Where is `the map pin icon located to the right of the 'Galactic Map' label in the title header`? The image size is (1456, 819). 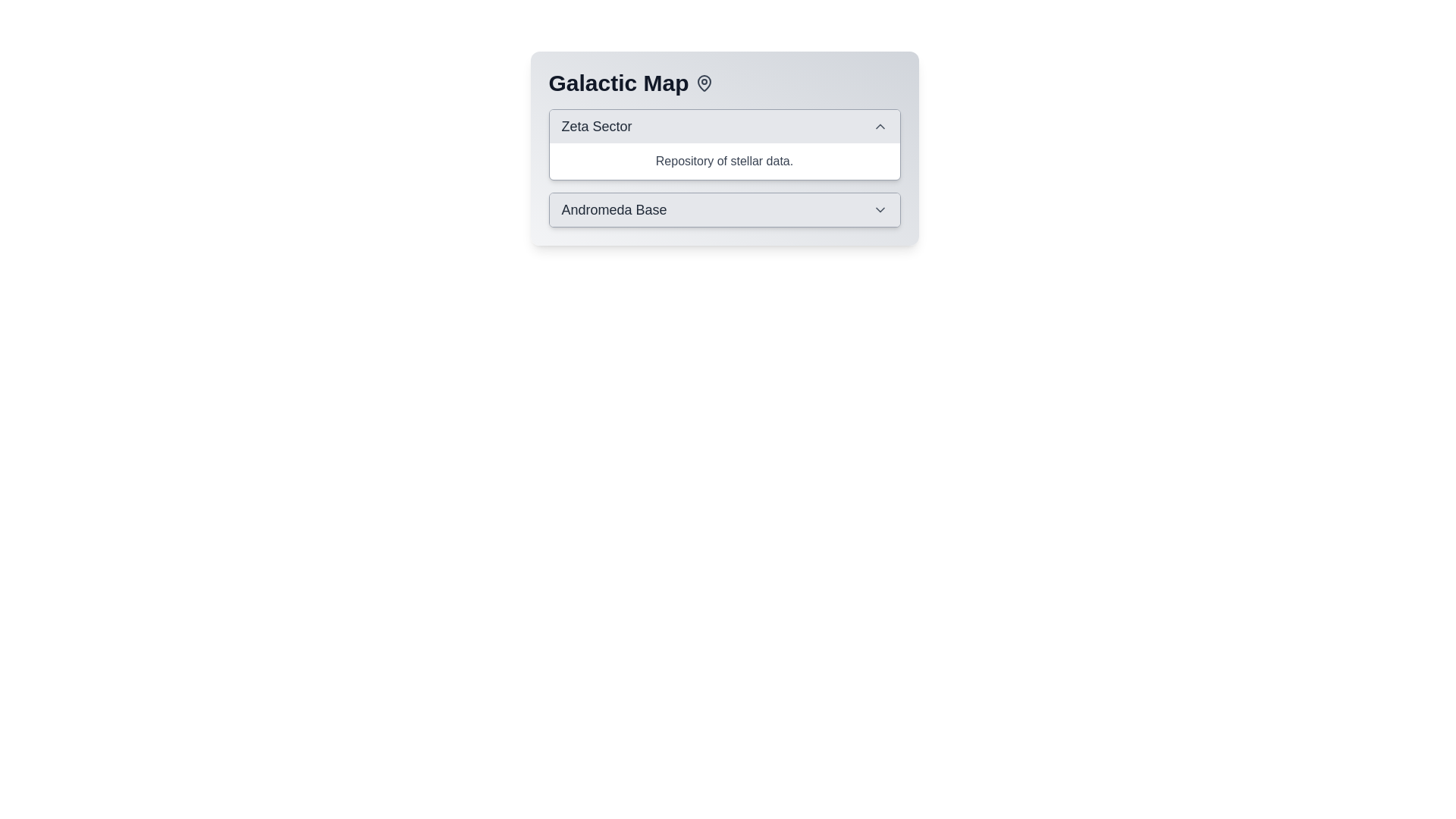
the map pin icon located to the right of the 'Galactic Map' label in the title header is located at coordinates (703, 83).